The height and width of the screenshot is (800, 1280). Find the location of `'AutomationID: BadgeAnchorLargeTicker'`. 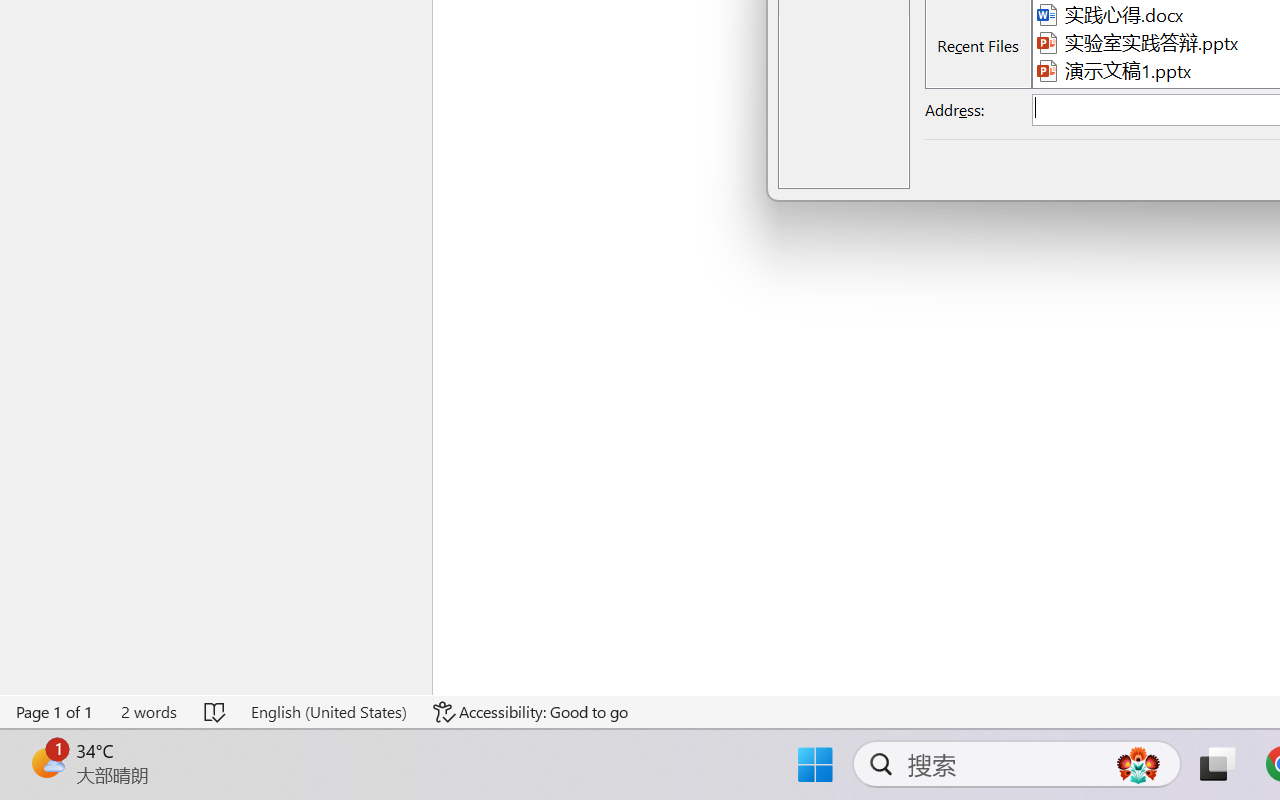

'AutomationID: BadgeAnchorLargeTicker' is located at coordinates (46, 762).